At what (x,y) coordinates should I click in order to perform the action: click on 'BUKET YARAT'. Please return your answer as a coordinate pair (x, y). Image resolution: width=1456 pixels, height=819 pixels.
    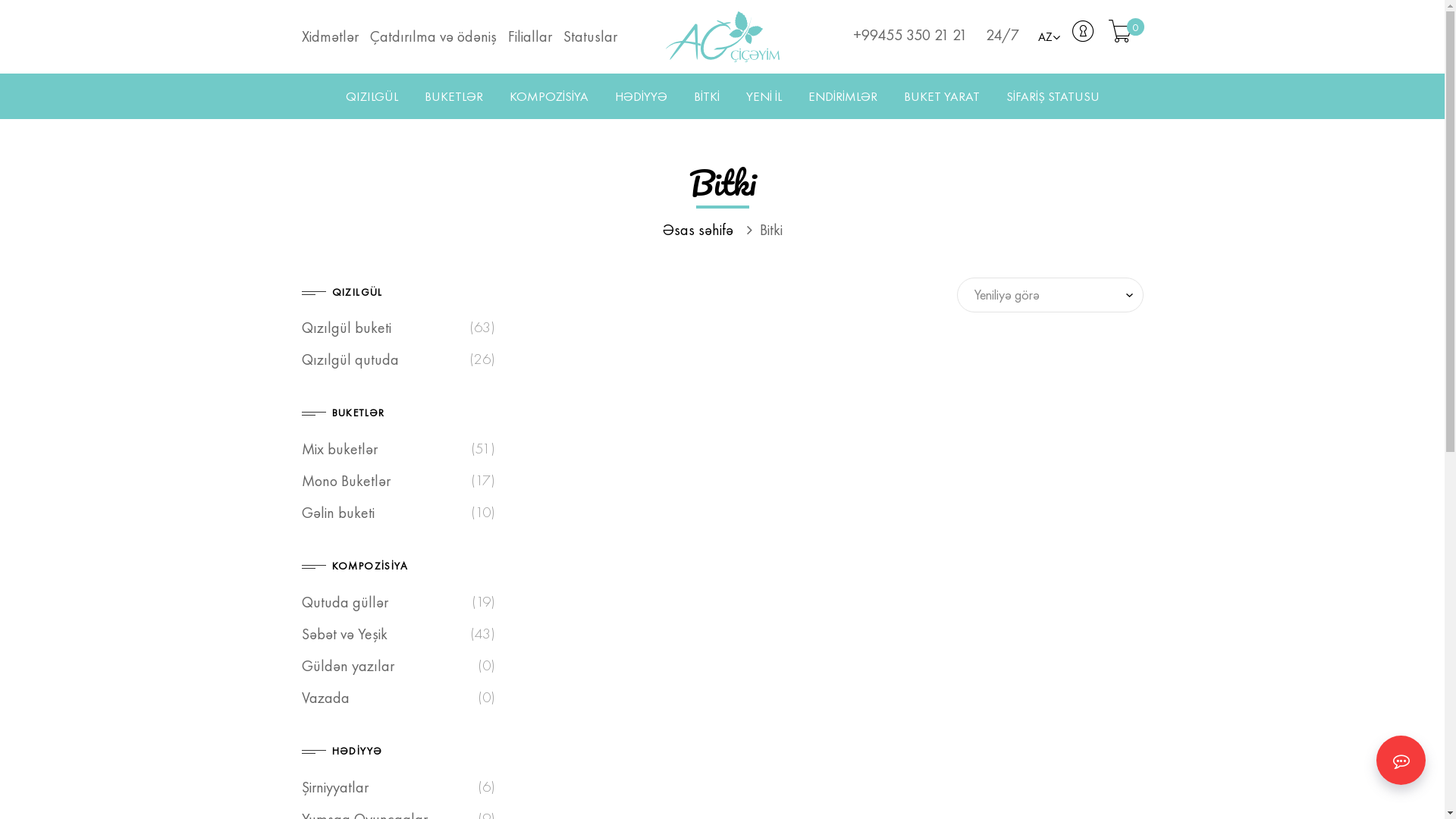
    Looking at the image, I should click on (941, 96).